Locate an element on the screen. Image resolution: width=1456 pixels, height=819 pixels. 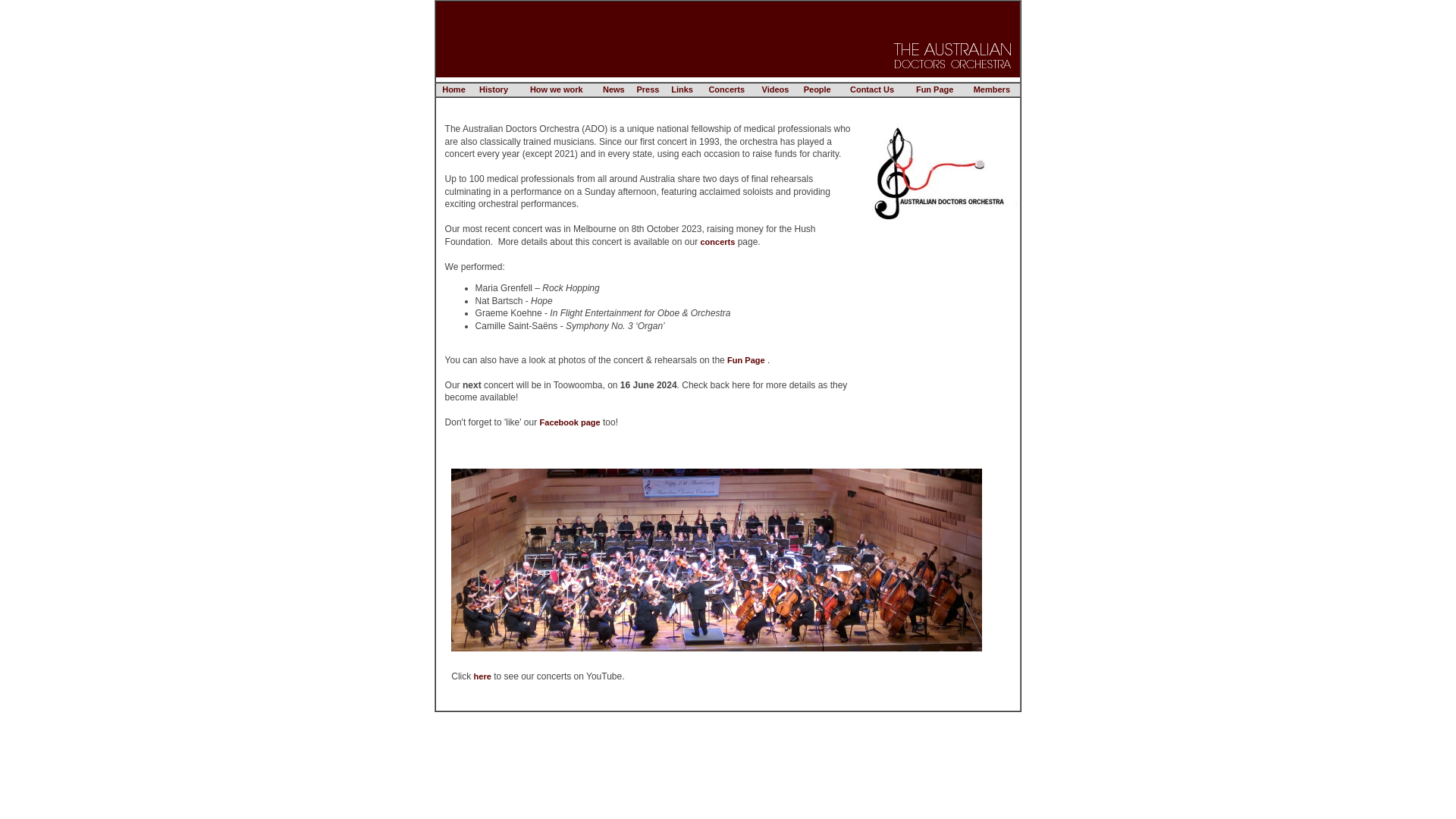
'here' is located at coordinates (482, 675).